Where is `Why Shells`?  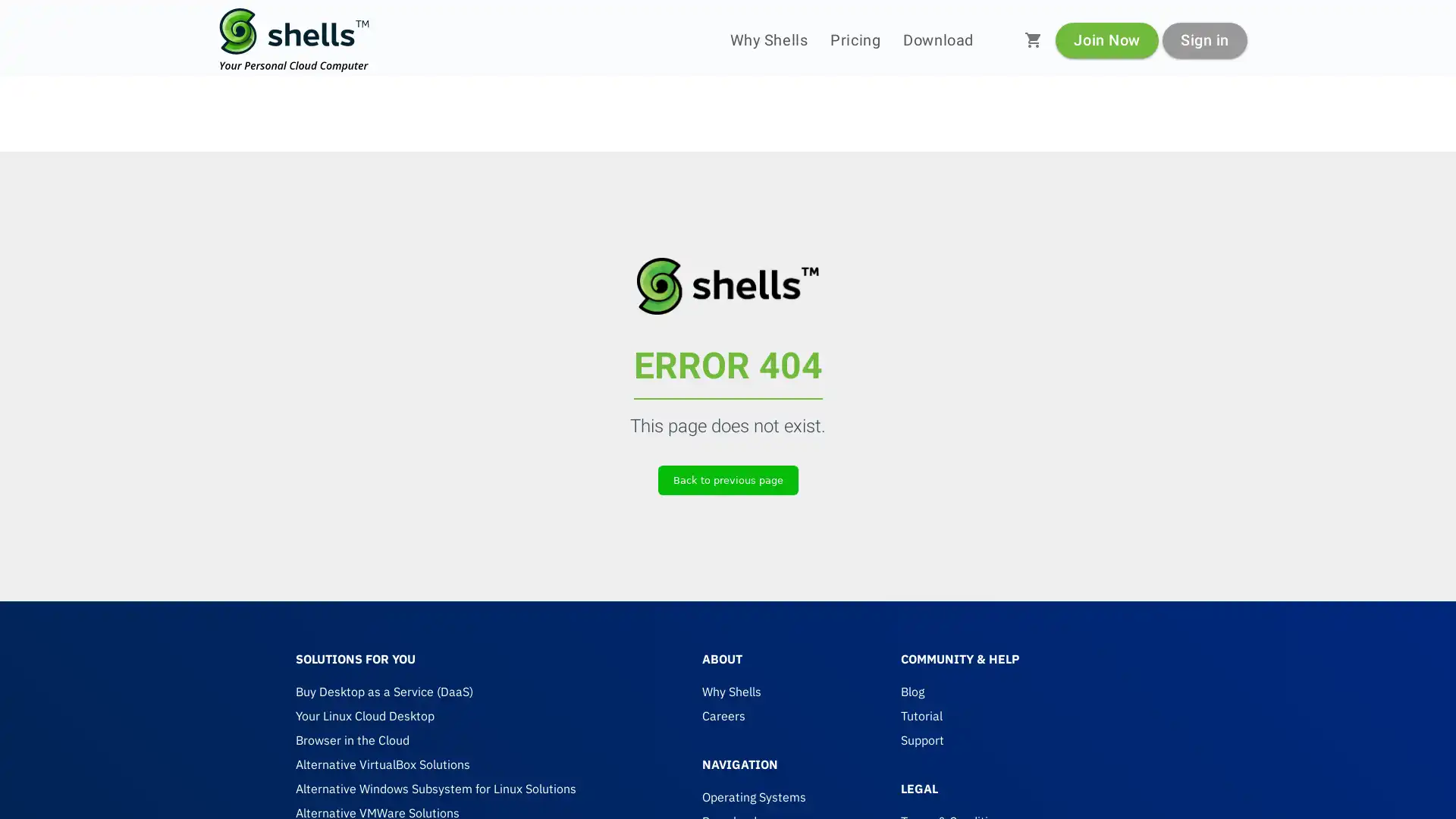 Why Shells is located at coordinates (768, 39).